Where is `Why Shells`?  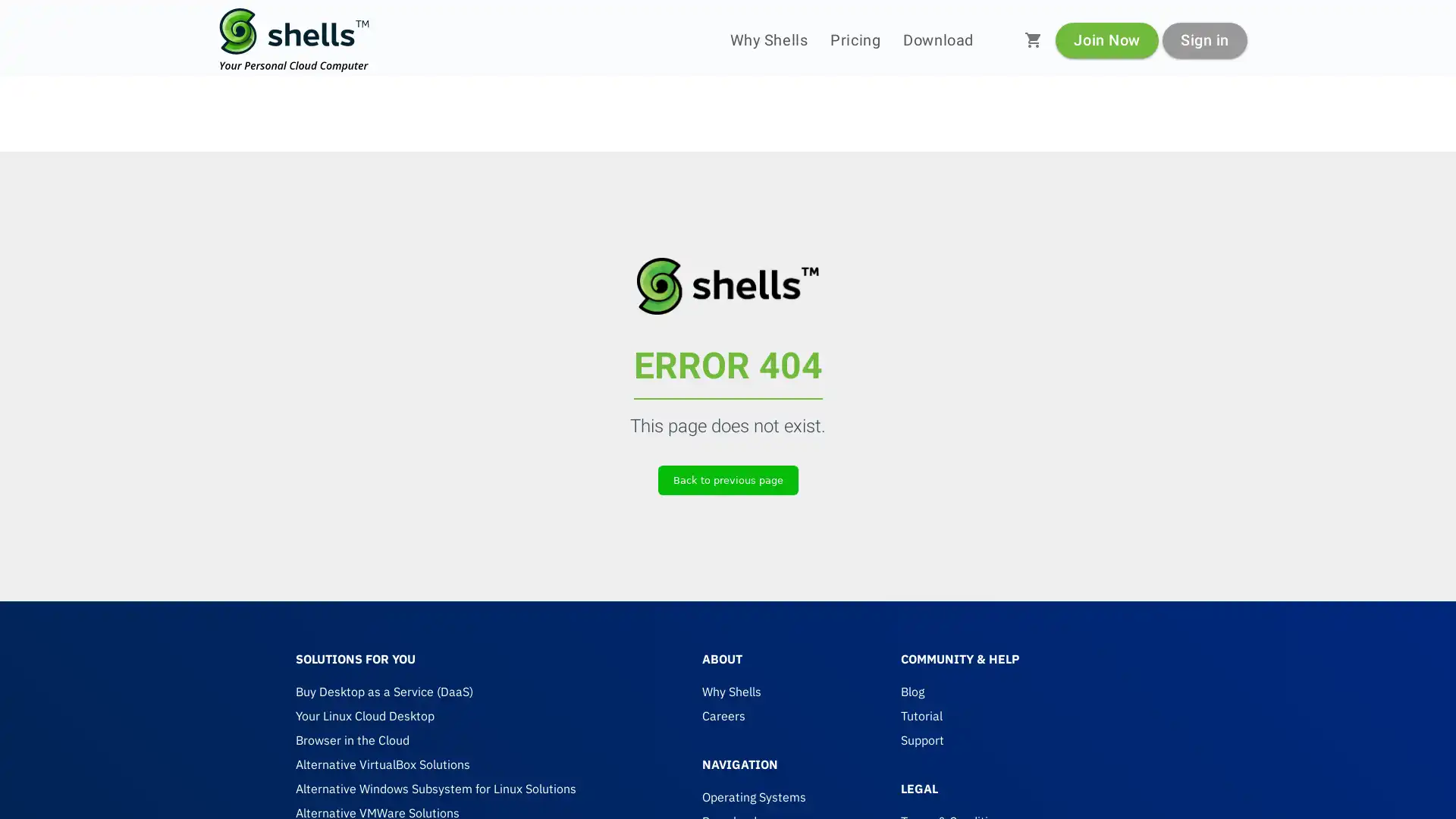 Why Shells is located at coordinates (768, 39).